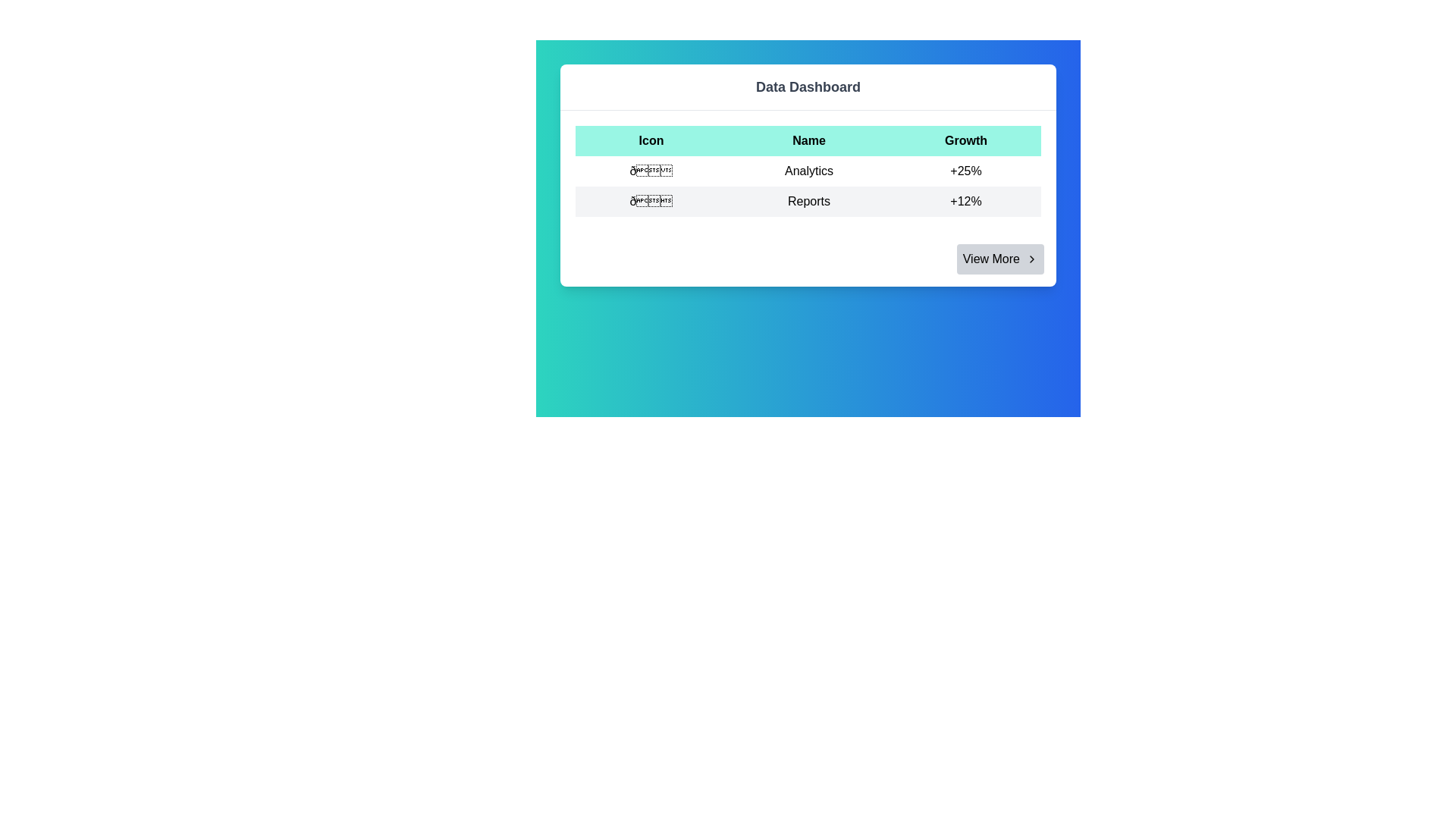  I want to click on content within the A styled data table, which has three columns with headings 'Icon', 'Name', and 'Growth', and is centrally positioned in the modal dialog box, so click(807, 171).